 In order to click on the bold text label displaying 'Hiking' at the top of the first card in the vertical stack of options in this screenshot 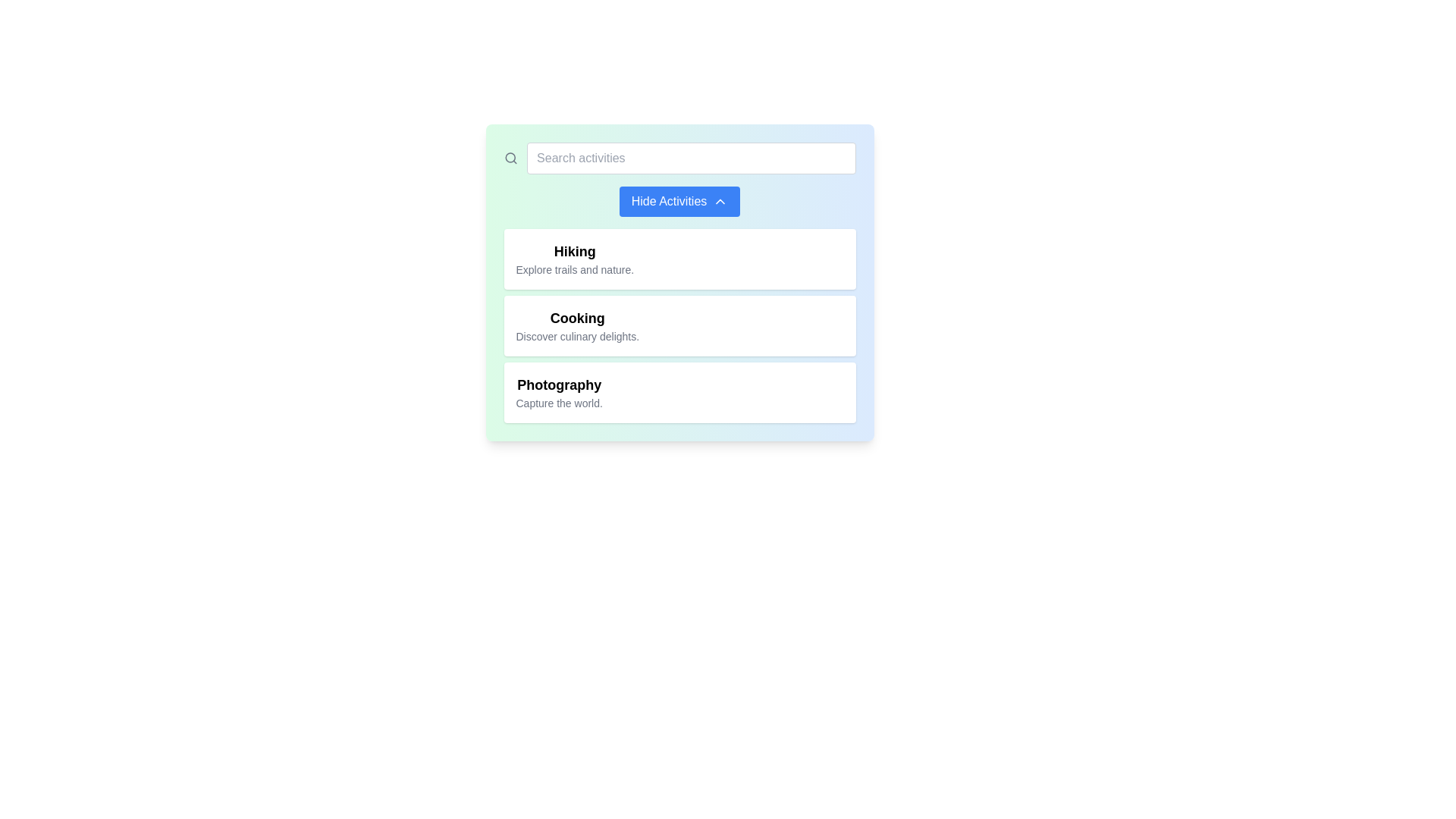, I will do `click(574, 250)`.